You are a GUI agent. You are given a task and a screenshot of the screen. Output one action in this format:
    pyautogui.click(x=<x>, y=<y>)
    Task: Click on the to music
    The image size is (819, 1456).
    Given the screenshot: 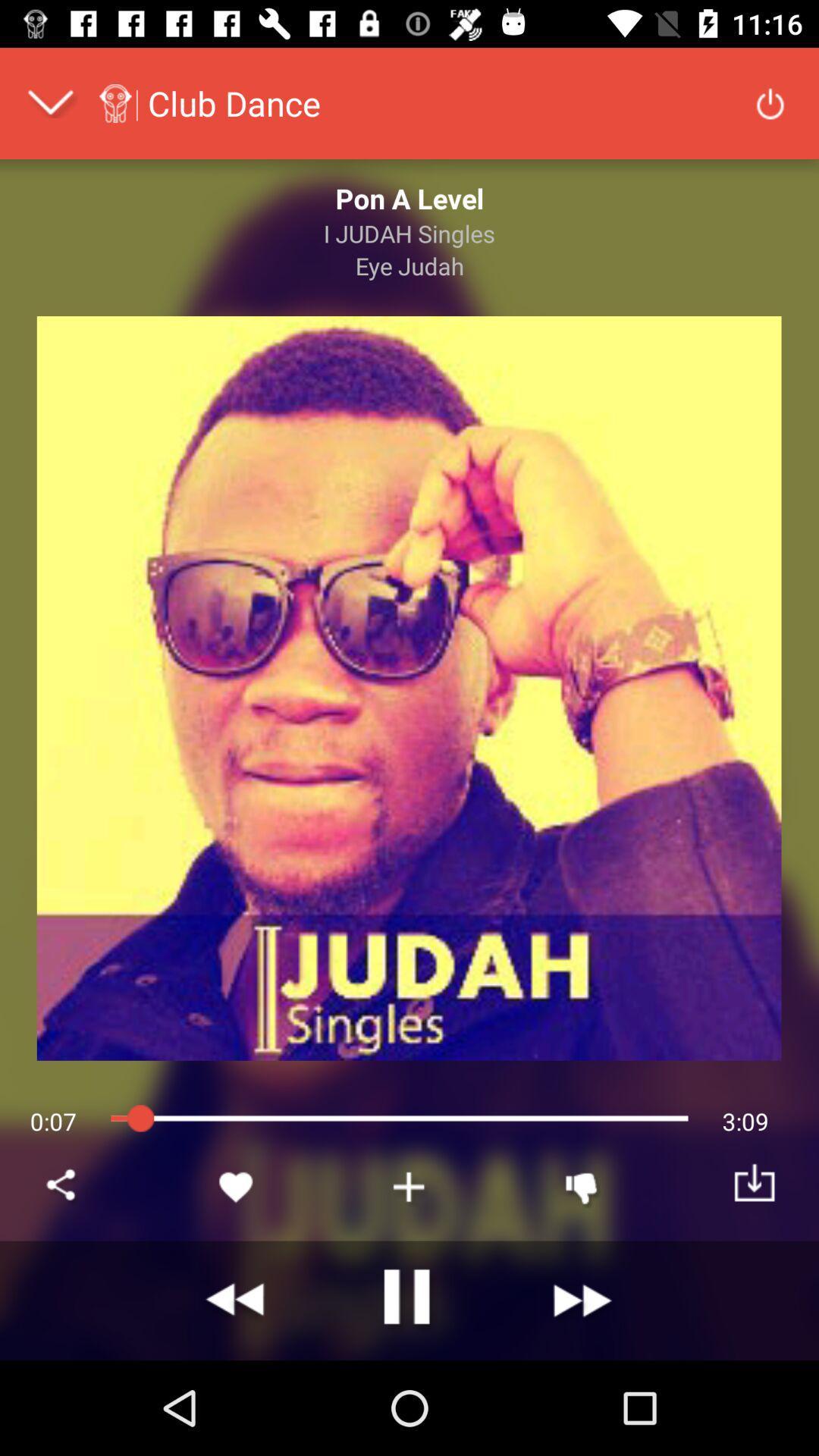 What is the action you would take?
    pyautogui.click(x=409, y=1186)
    